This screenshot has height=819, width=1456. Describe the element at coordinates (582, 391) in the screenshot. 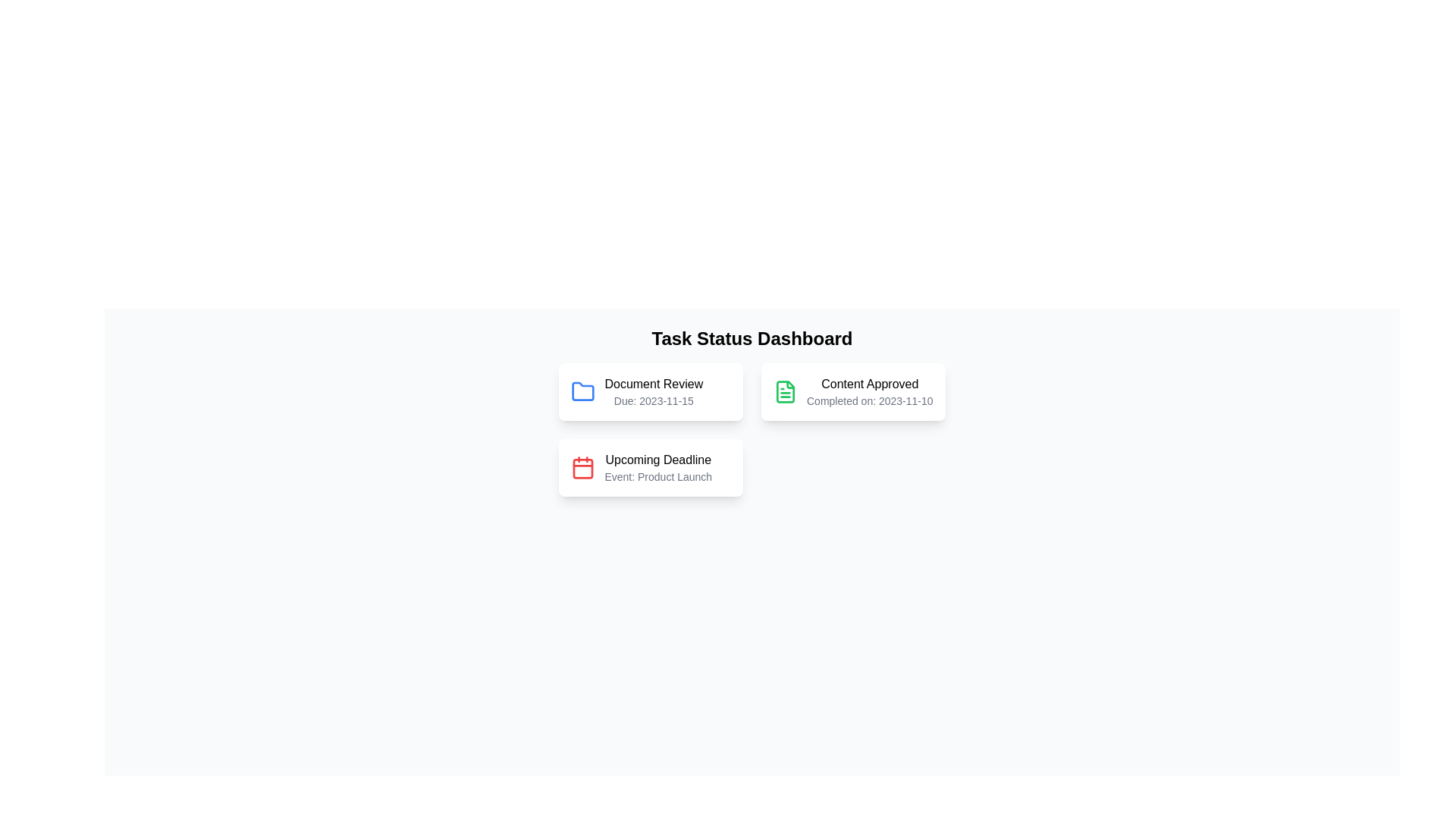

I see `the icon representing the task of document review, which is located to the left of the text 'Document Review Due: 2023-11-15'` at that location.